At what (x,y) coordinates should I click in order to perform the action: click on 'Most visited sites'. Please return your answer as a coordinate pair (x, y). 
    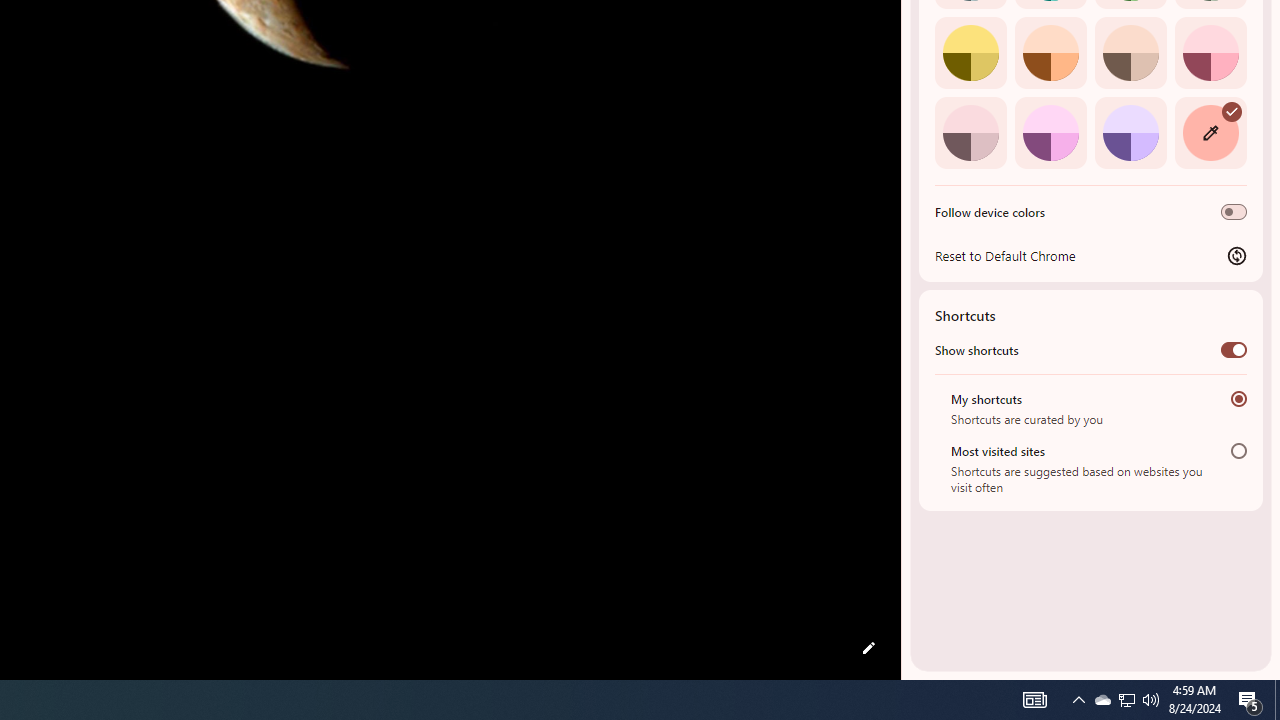
    Looking at the image, I should click on (1238, 450).